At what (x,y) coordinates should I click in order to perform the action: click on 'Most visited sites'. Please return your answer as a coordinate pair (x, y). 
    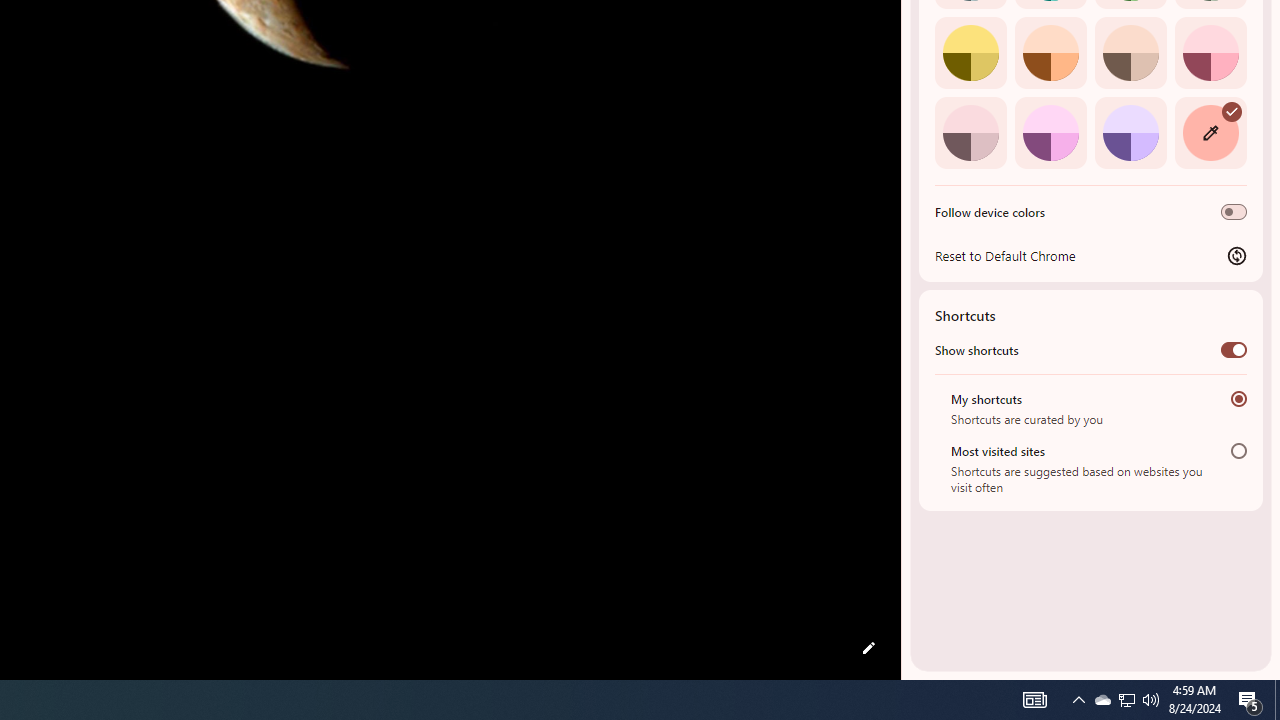
    Looking at the image, I should click on (1238, 450).